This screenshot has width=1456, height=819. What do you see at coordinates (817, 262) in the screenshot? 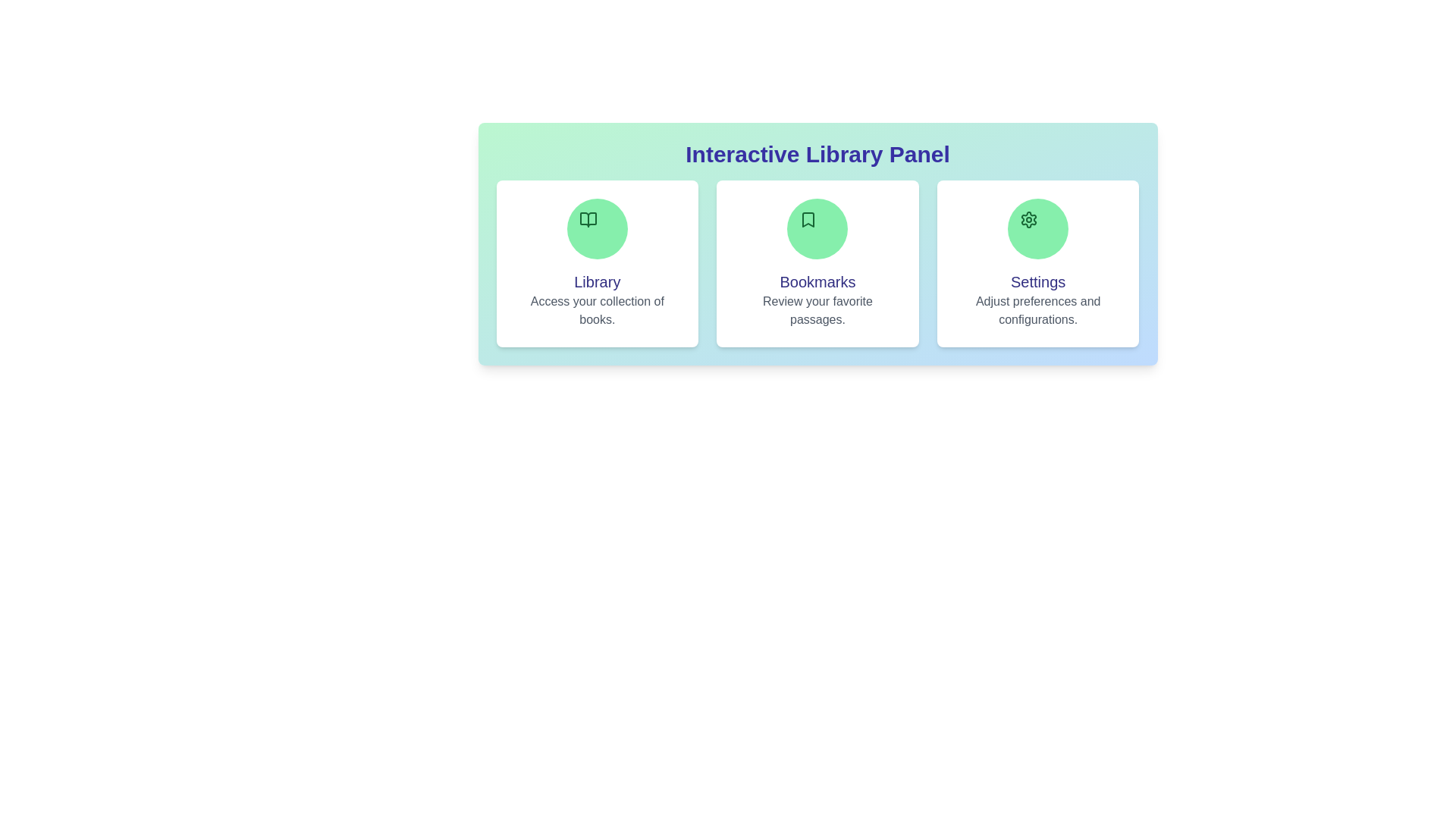
I see `the Bookmarks section to open contextual options` at bounding box center [817, 262].